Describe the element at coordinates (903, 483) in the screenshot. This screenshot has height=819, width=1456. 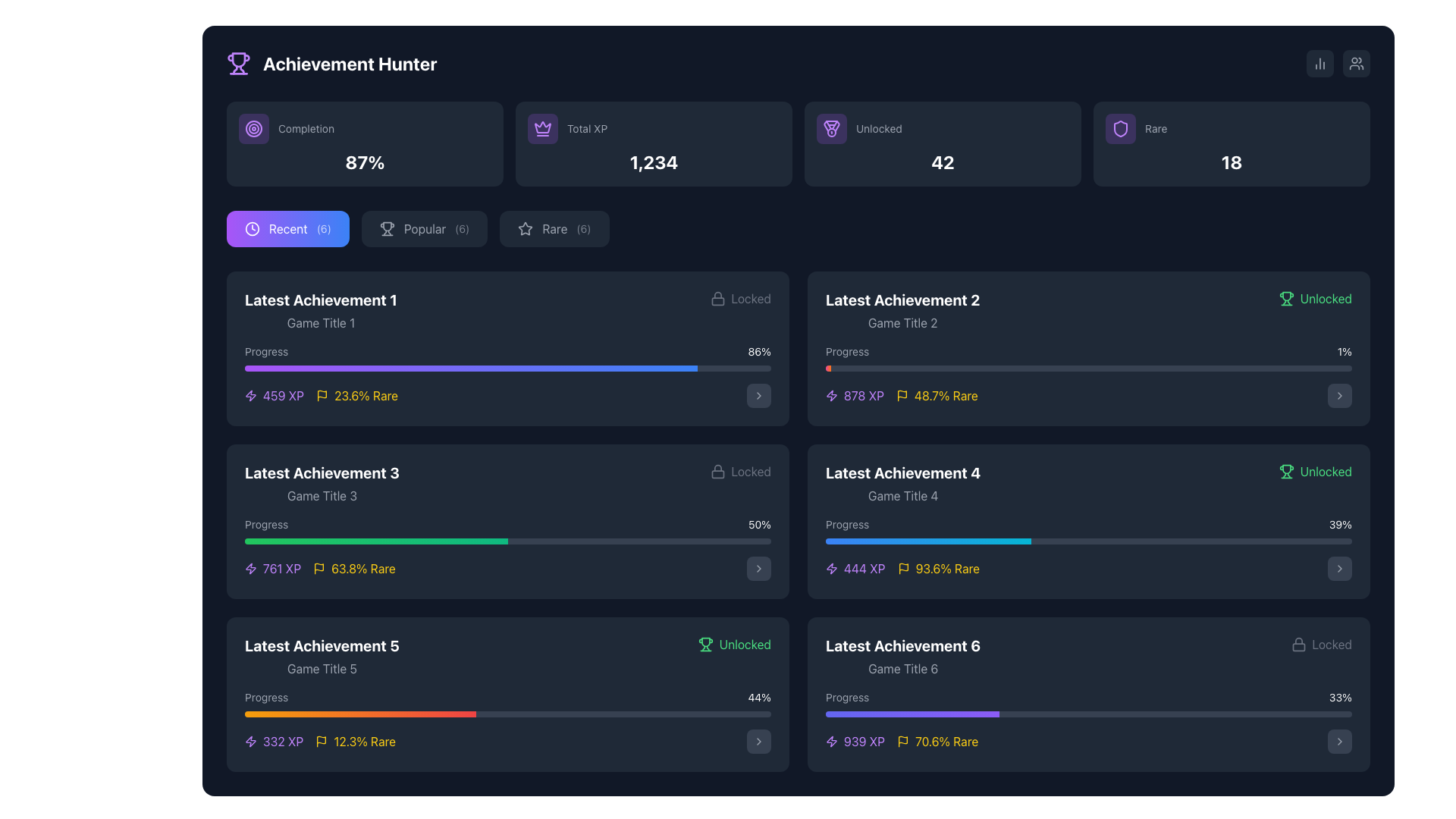
I see `the text-label element displaying 'Latest Achievement 4' and 'Game Title 4'` at that location.